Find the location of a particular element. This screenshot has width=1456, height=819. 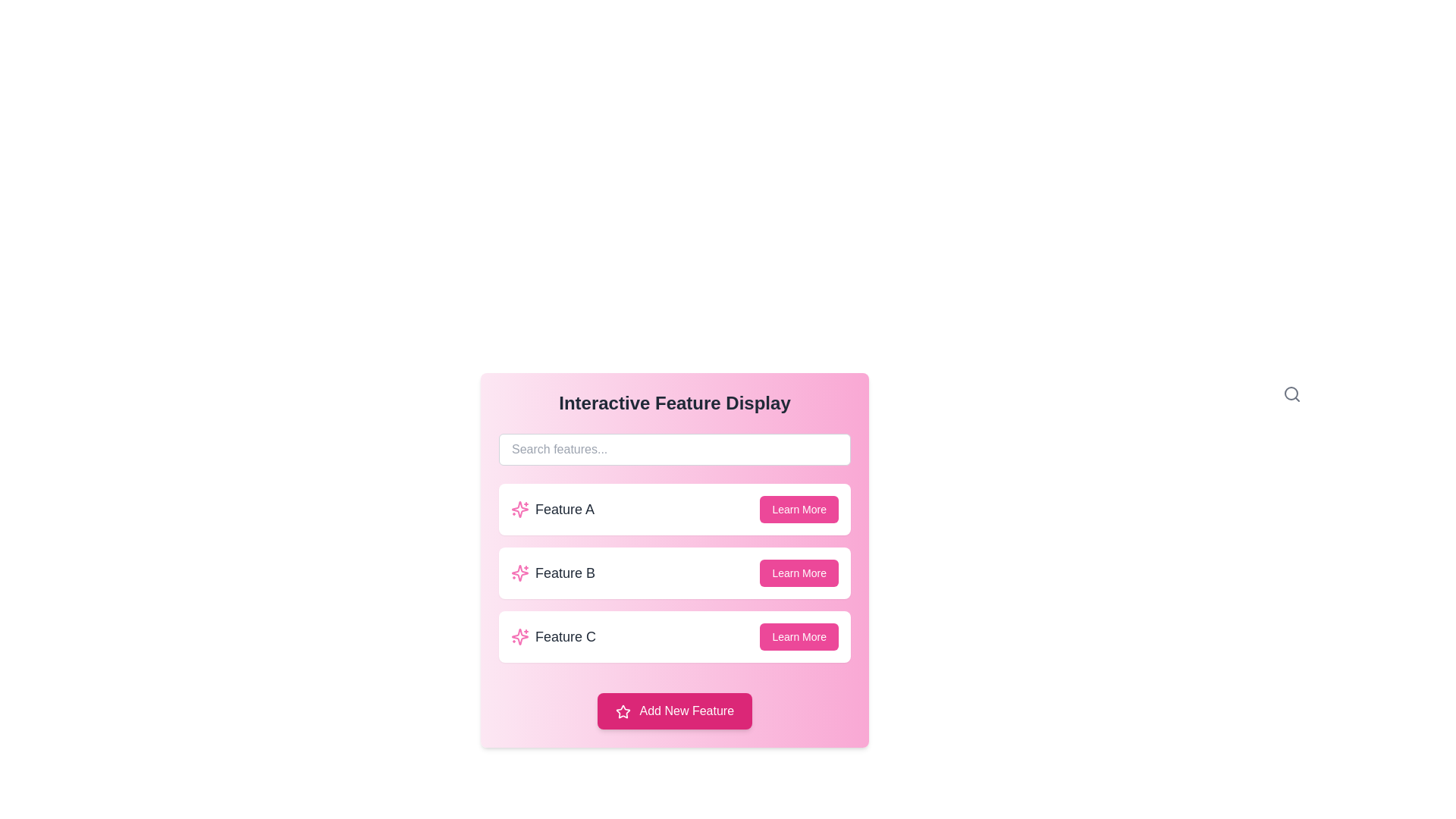

the pink decorative icon resembling sparkles located to the left of the text 'Feature A' is located at coordinates (520, 509).